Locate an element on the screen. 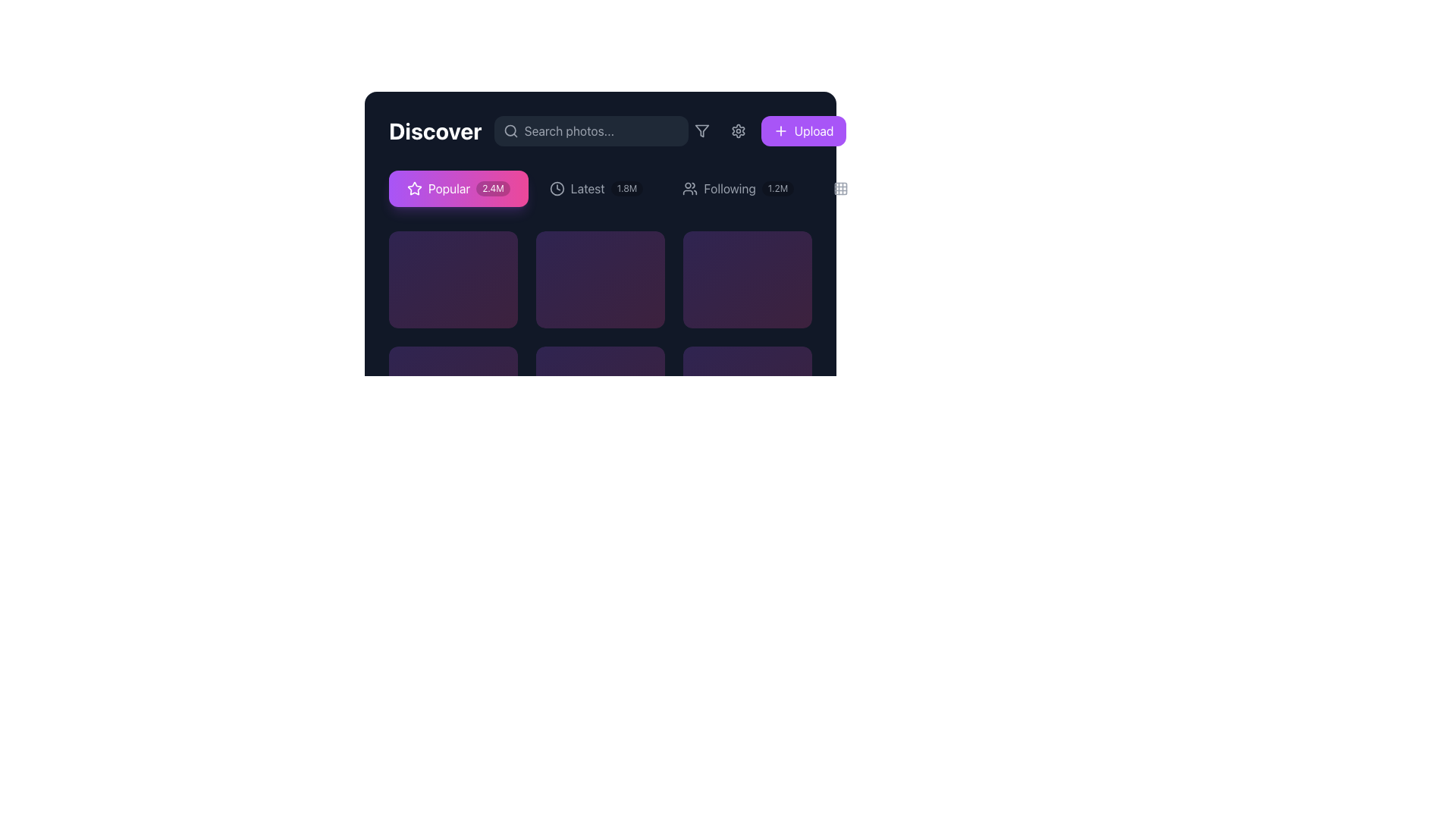  value displayed in the text label containing '2.4M', which is styled with a small rounded box and is located within the 'Popular' button is located at coordinates (493, 188).